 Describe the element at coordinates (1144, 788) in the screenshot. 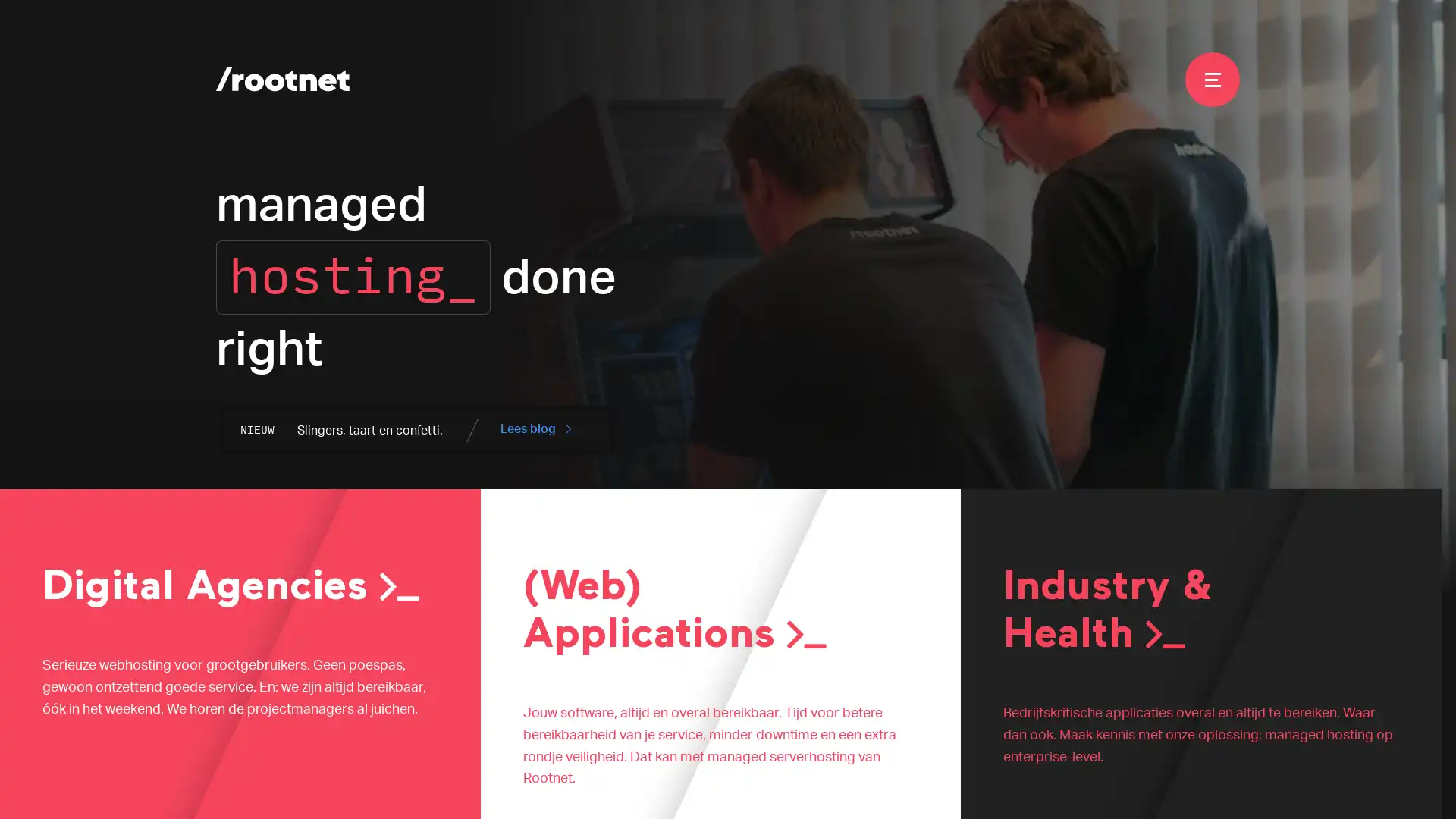

I see `Aanpassen` at that location.